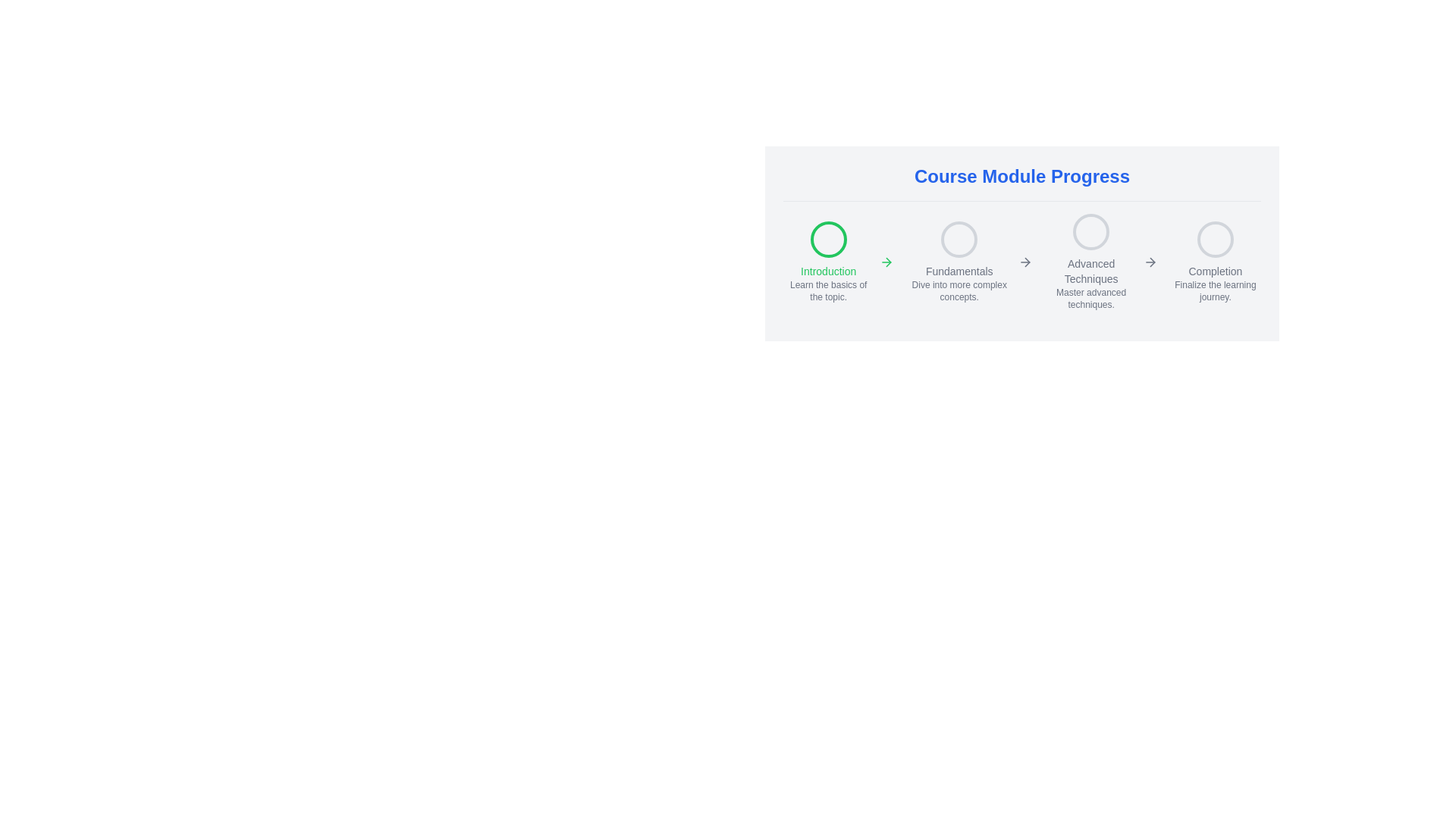 This screenshot has height=819, width=1456. What do you see at coordinates (1090, 271) in the screenshot?
I see `the text label 'Advanced Techniques', which is styled in a small font and is positioned under a circle icon in a timeline interface` at bounding box center [1090, 271].